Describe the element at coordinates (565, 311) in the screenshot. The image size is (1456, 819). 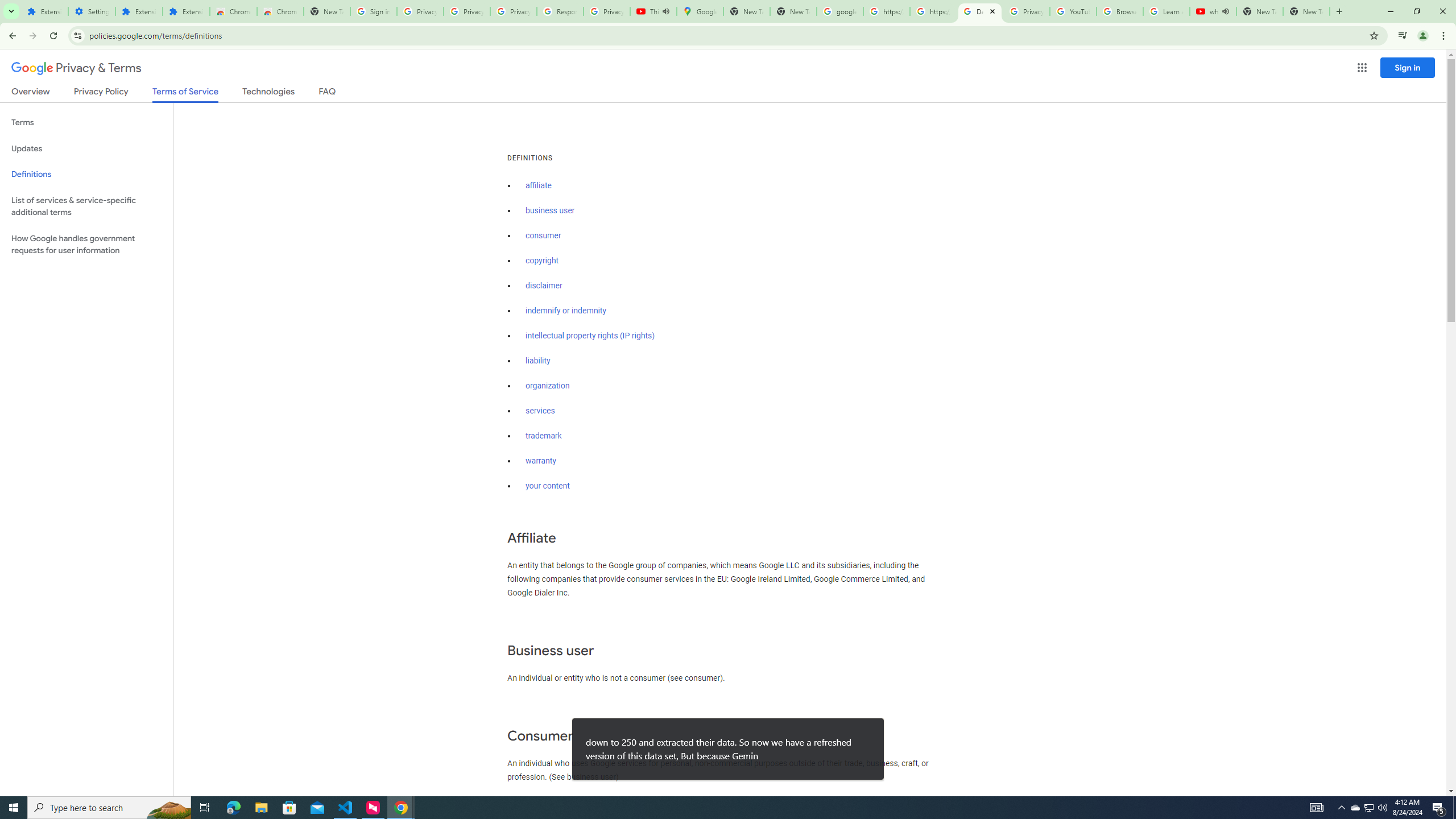
I see `'indemnify or indemnity'` at that location.